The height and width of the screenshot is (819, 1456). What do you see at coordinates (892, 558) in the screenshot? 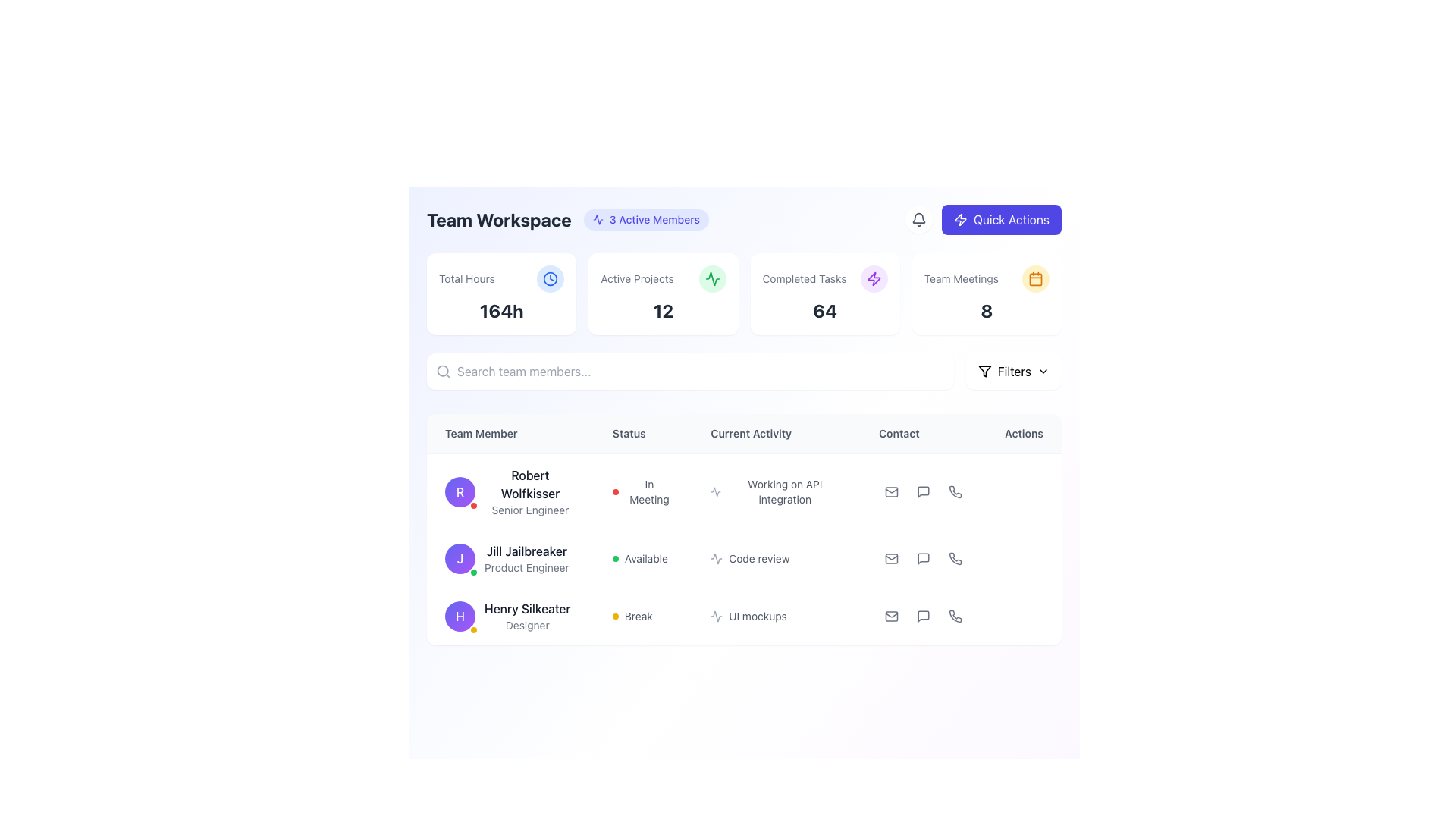
I see `the mail icon in the Actions column for 'Jill Jailbreaker'` at bounding box center [892, 558].